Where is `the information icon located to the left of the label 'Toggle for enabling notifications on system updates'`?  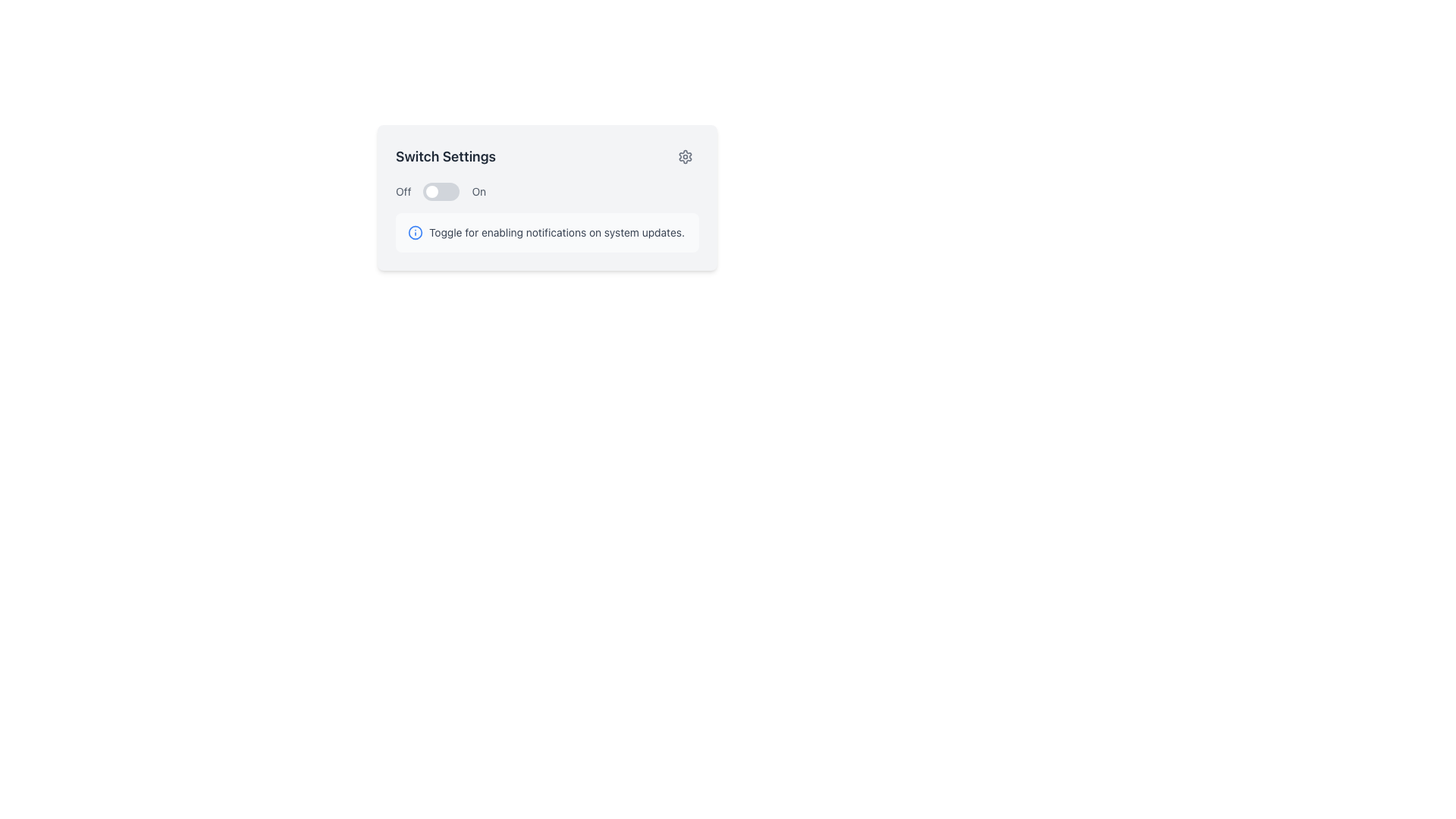 the information icon located to the left of the label 'Toggle for enabling notifications on system updates' is located at coordinates (415, 233).